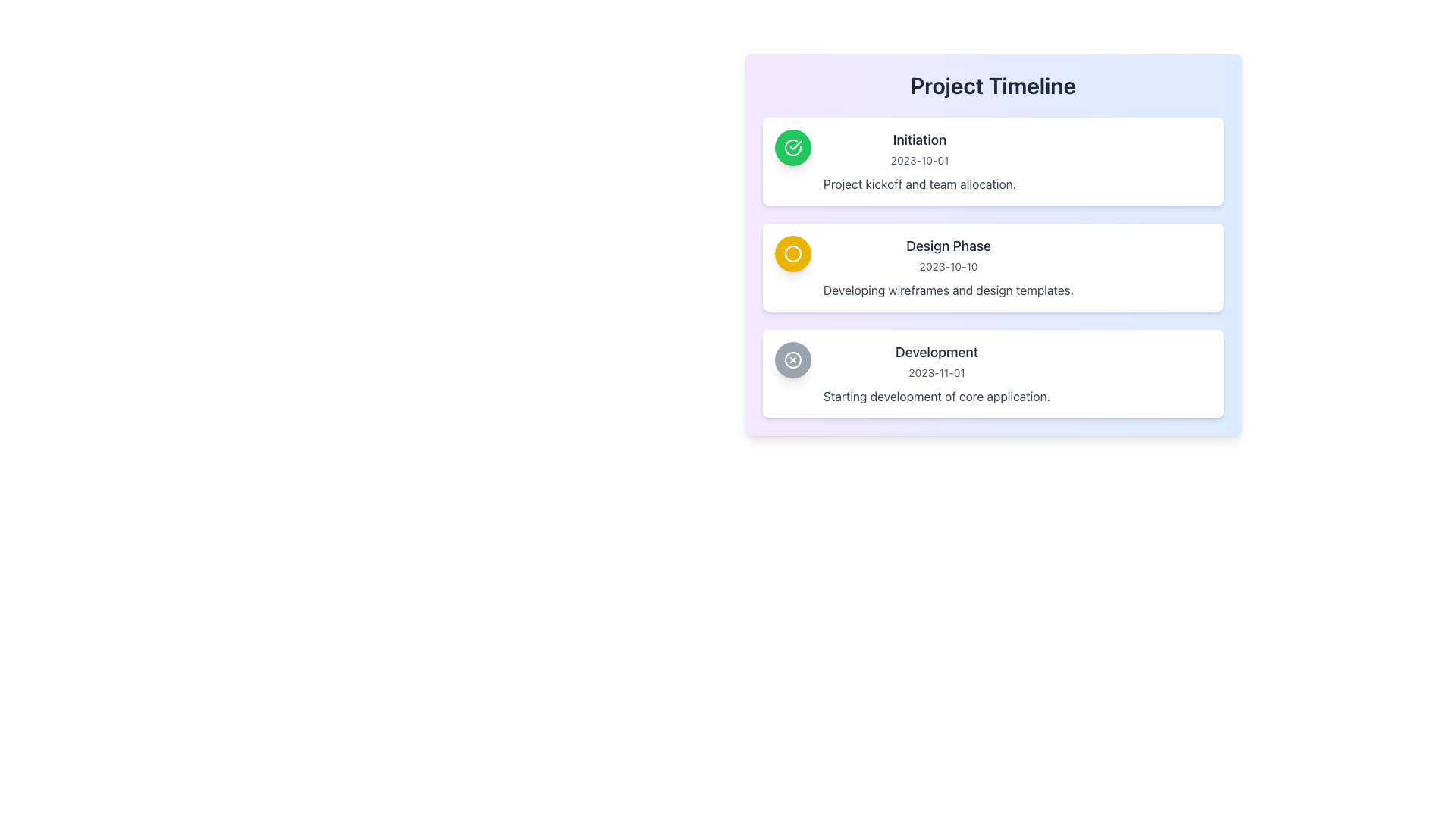  I want to click on the circular icon with a bright yellow background and a white hollow circle, located at the left edge of the 'Design Phase' card in the project timeline view, so click(792, 253).